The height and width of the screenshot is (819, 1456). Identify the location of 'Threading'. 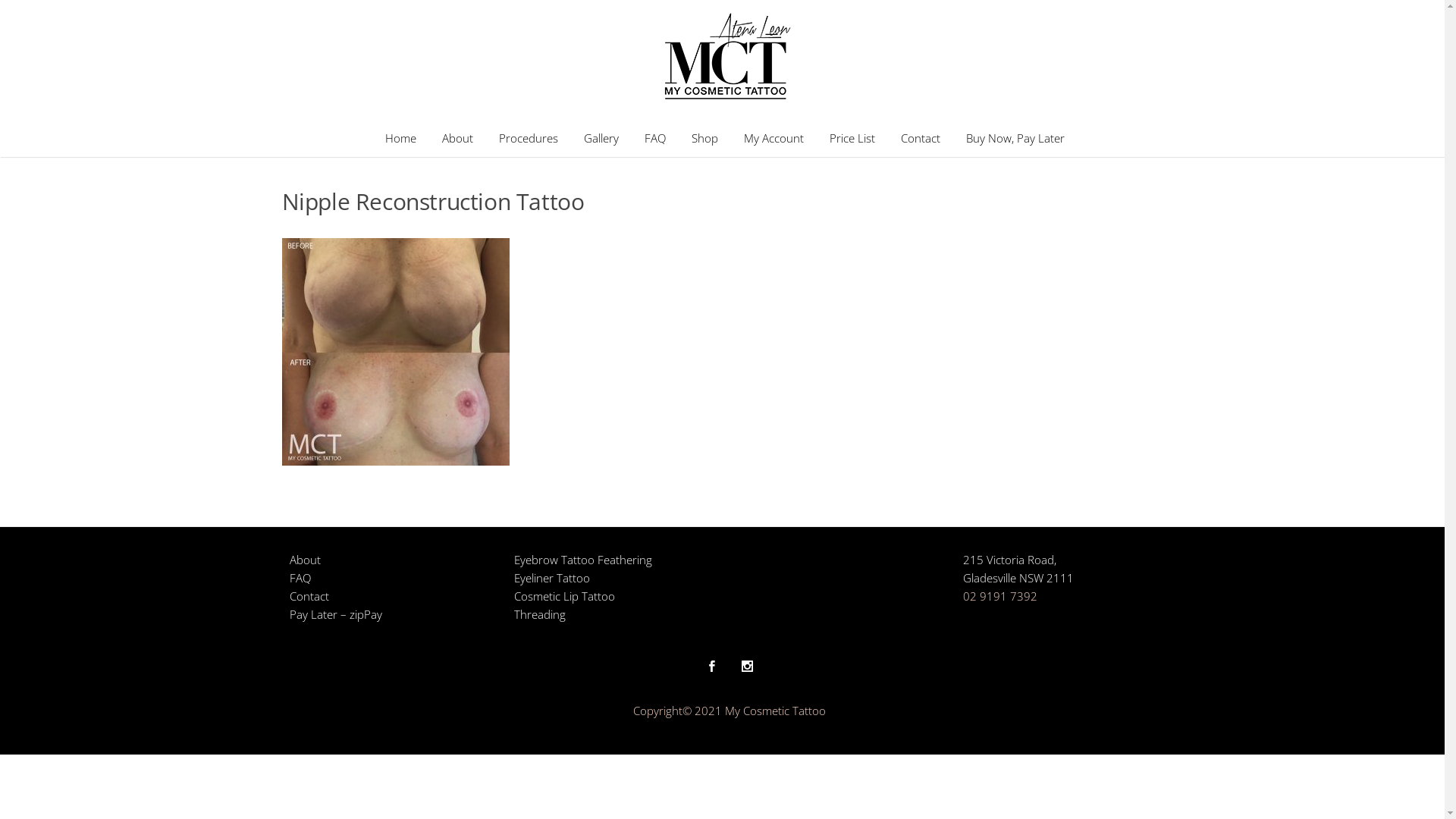
(539, 614).